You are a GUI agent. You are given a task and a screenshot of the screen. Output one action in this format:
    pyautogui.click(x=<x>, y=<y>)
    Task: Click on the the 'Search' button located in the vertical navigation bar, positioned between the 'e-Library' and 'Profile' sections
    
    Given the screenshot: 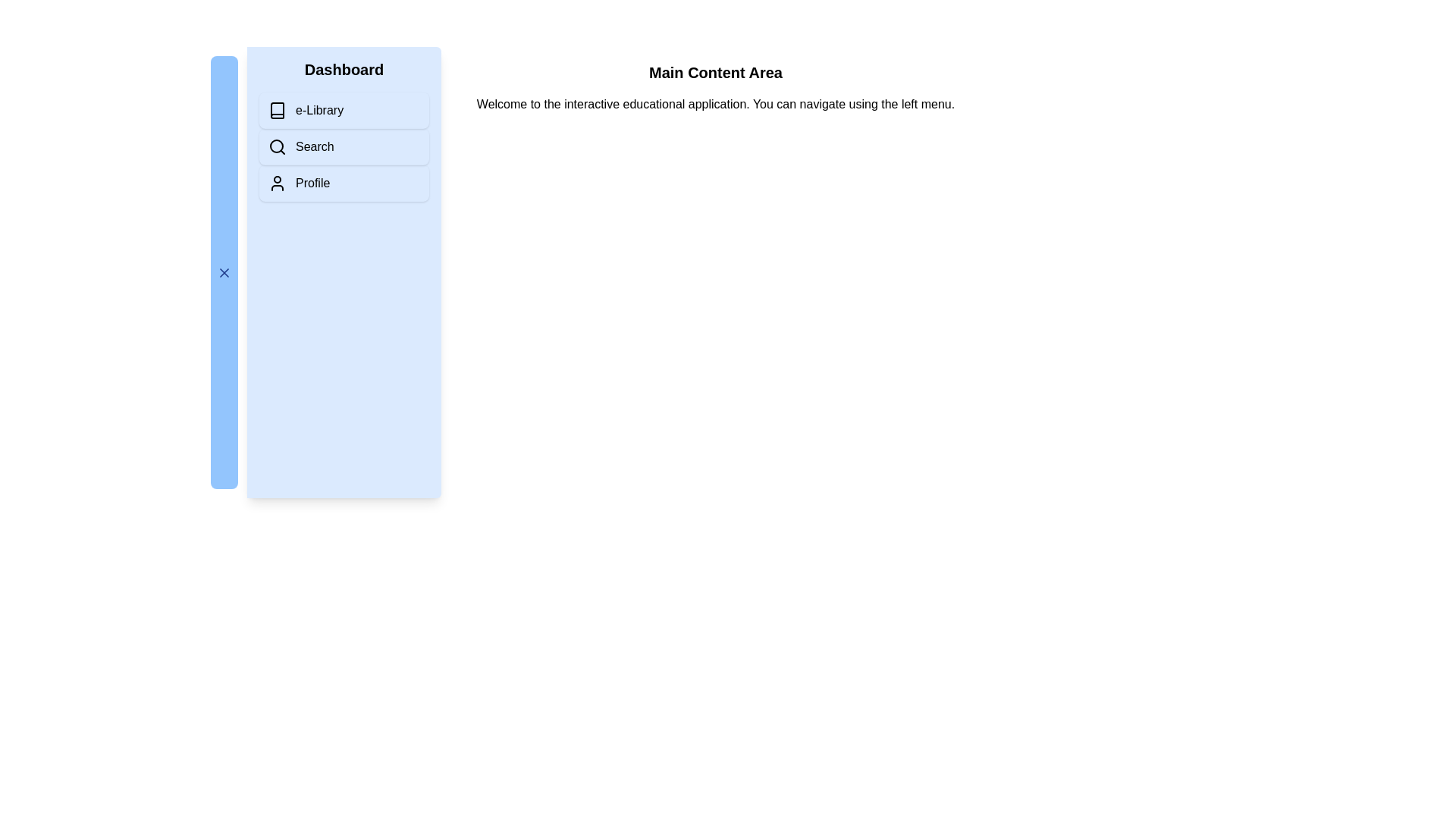 What is the action you would take?
    pyautogui.click(x=344, y=146)
    